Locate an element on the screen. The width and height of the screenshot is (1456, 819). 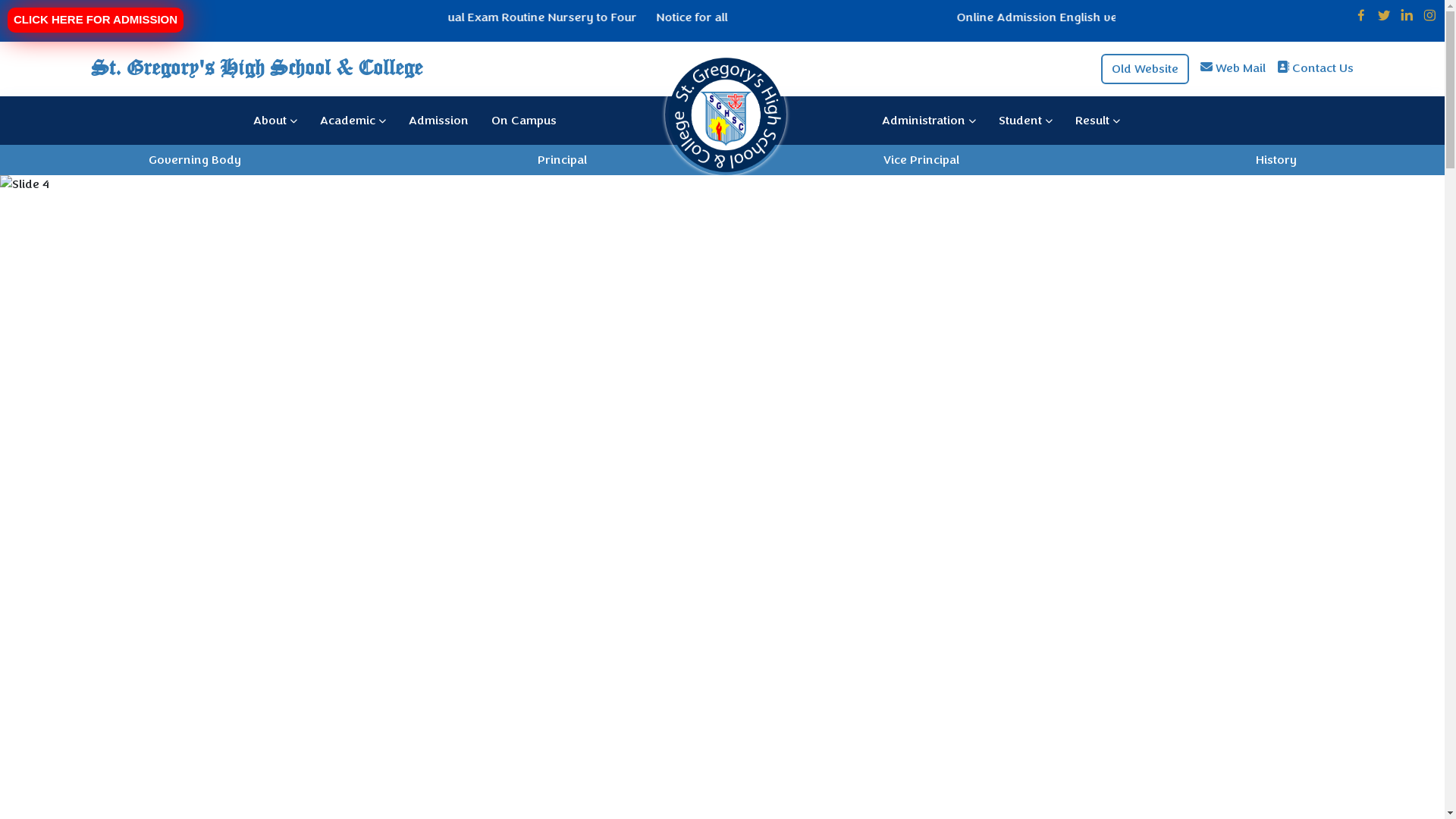
'CLICK HERE FOR ADMISSION' is located at coordinates (94, 20).